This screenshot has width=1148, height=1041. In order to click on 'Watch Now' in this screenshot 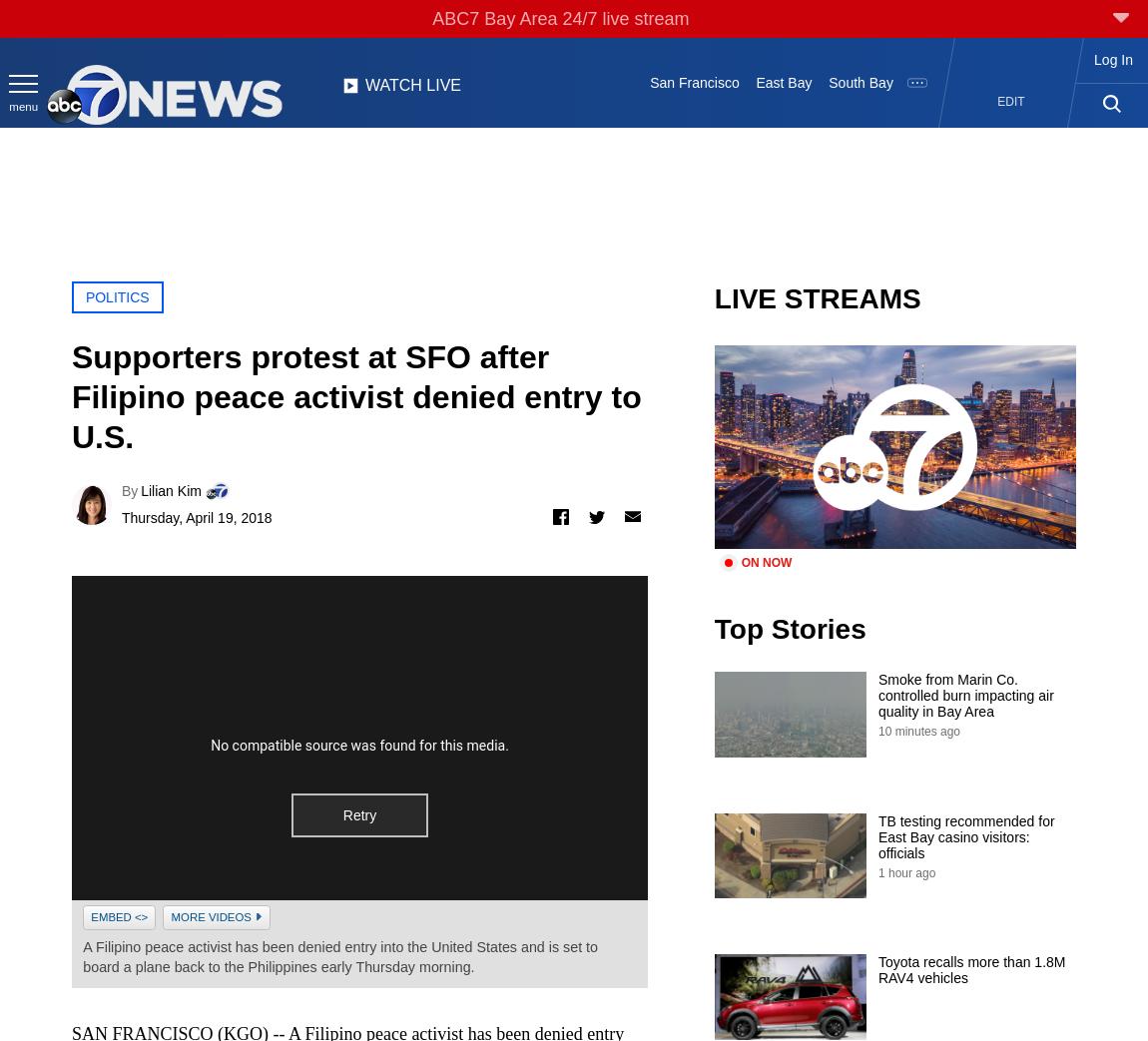, I will do `click(565, 60)`.